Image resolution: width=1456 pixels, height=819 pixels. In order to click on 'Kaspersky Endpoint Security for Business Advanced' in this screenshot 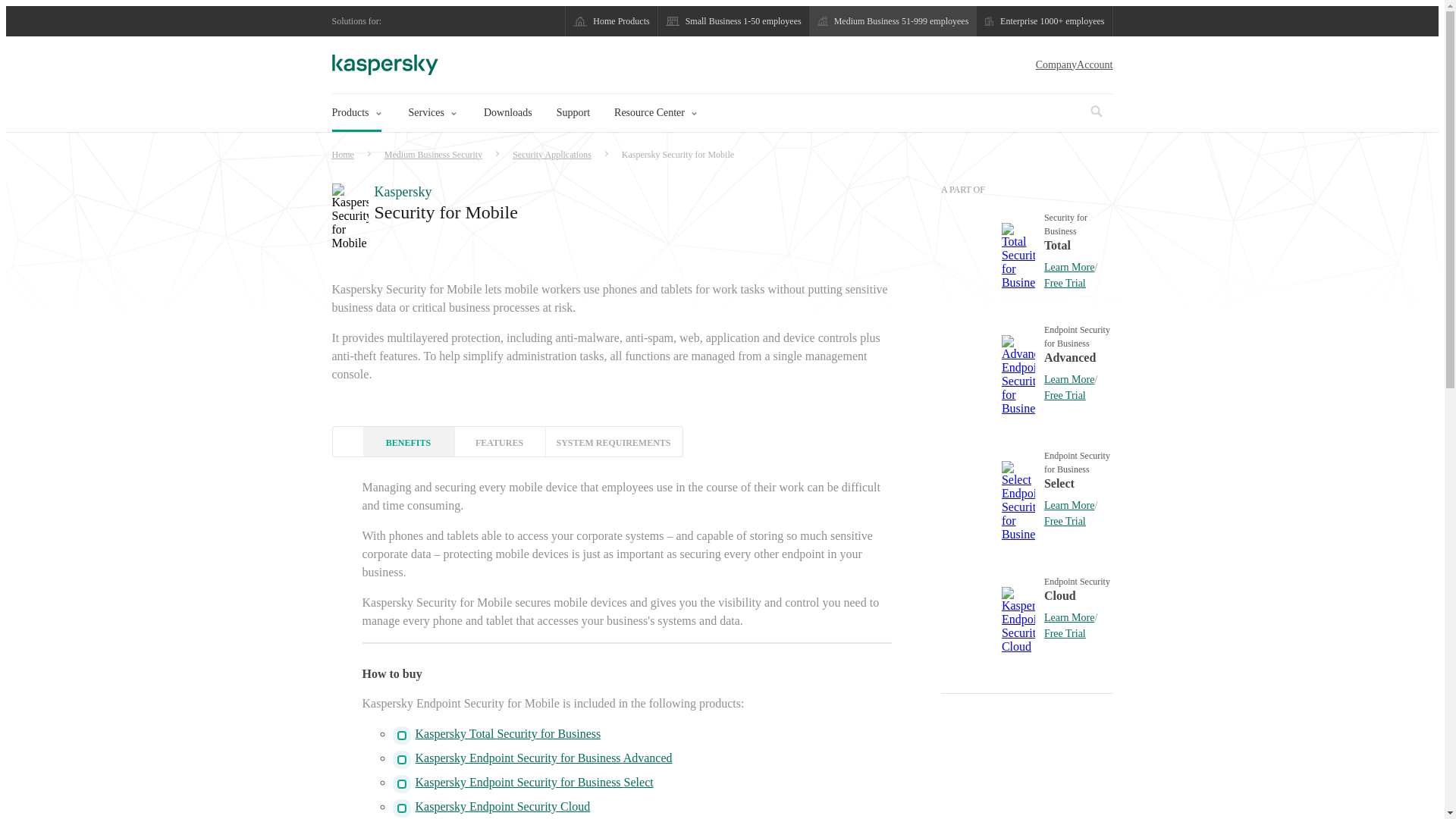, I will do `click(544, 758)`.